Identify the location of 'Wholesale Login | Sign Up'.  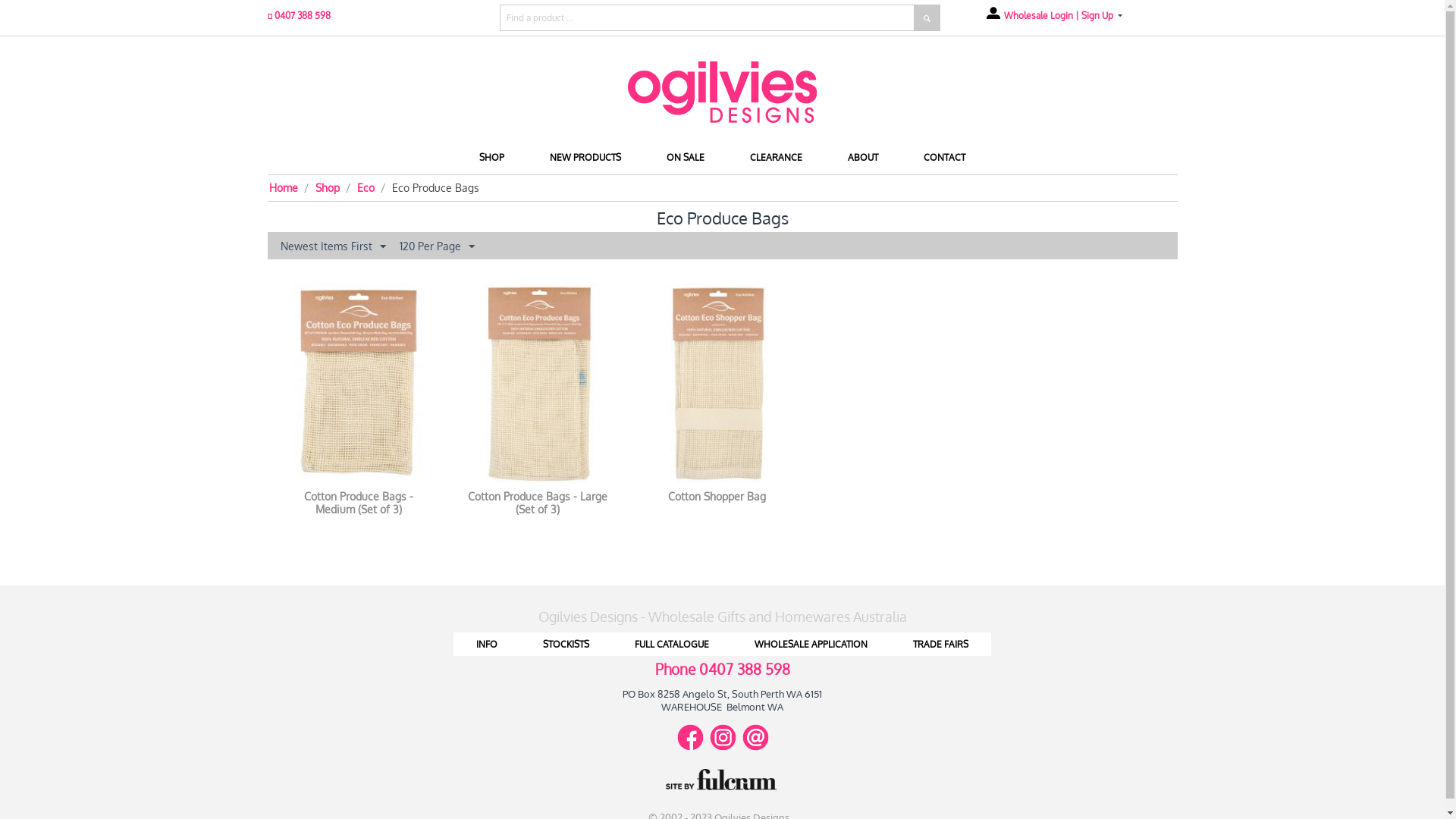
(1052, 15).